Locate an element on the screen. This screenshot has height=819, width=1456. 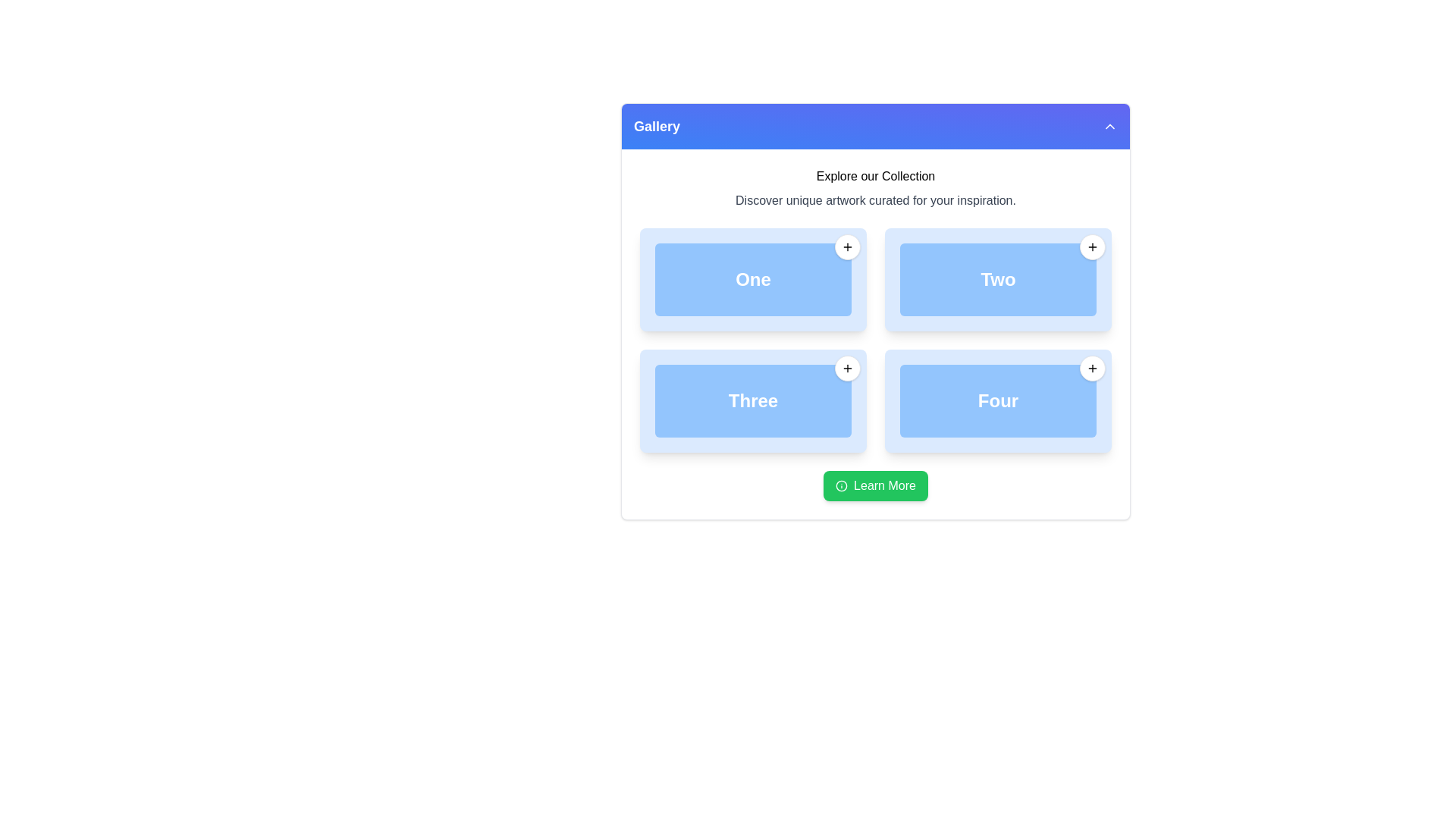
the text label that displays 'Three', styled in bold and large white font on a blue background, located in the lower-left quadrant of a 2x2 grid layout is located at coordinates (753, 400).